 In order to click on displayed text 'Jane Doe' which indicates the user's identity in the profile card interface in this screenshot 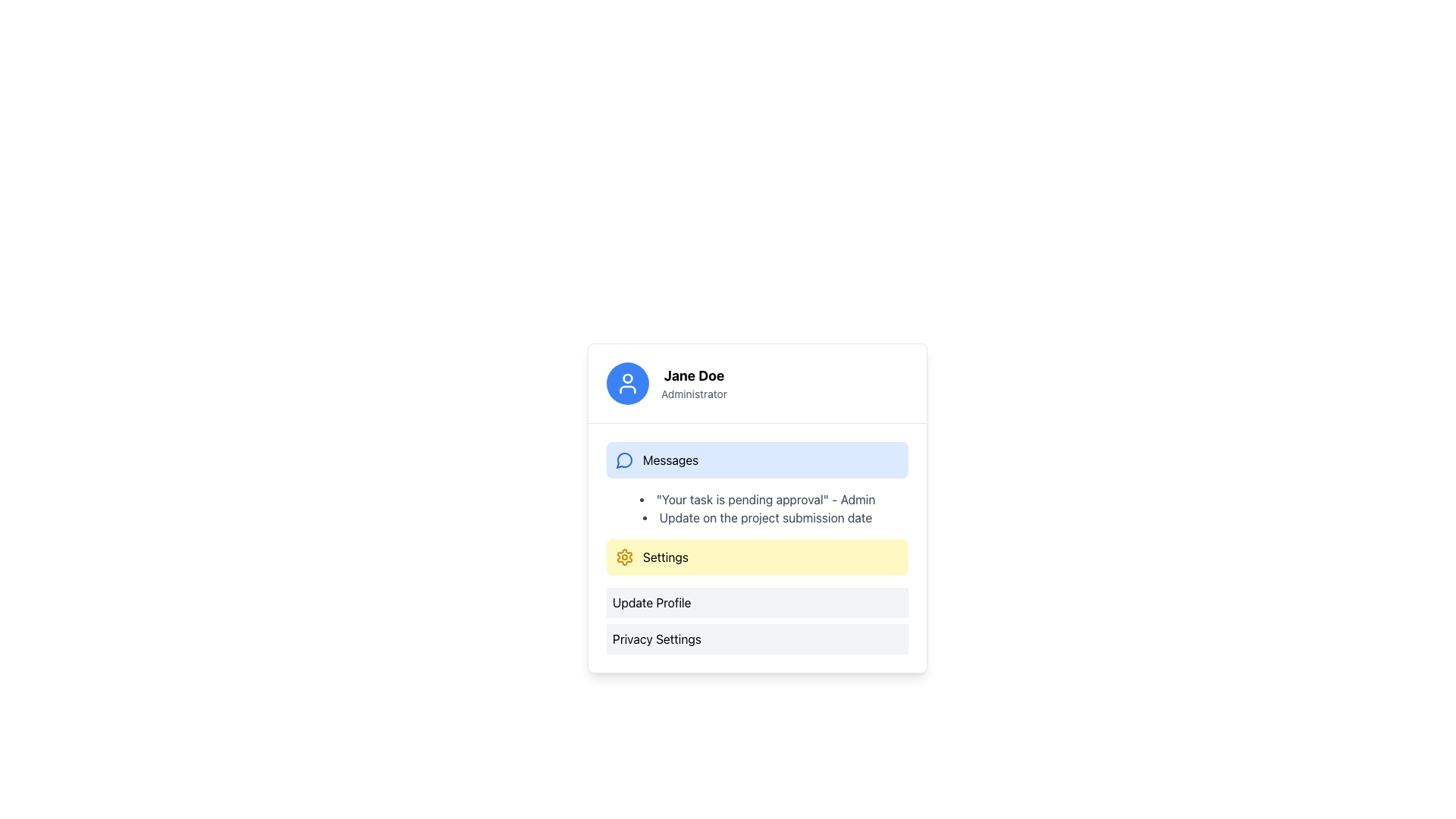, I will do `click(693, 375)`.